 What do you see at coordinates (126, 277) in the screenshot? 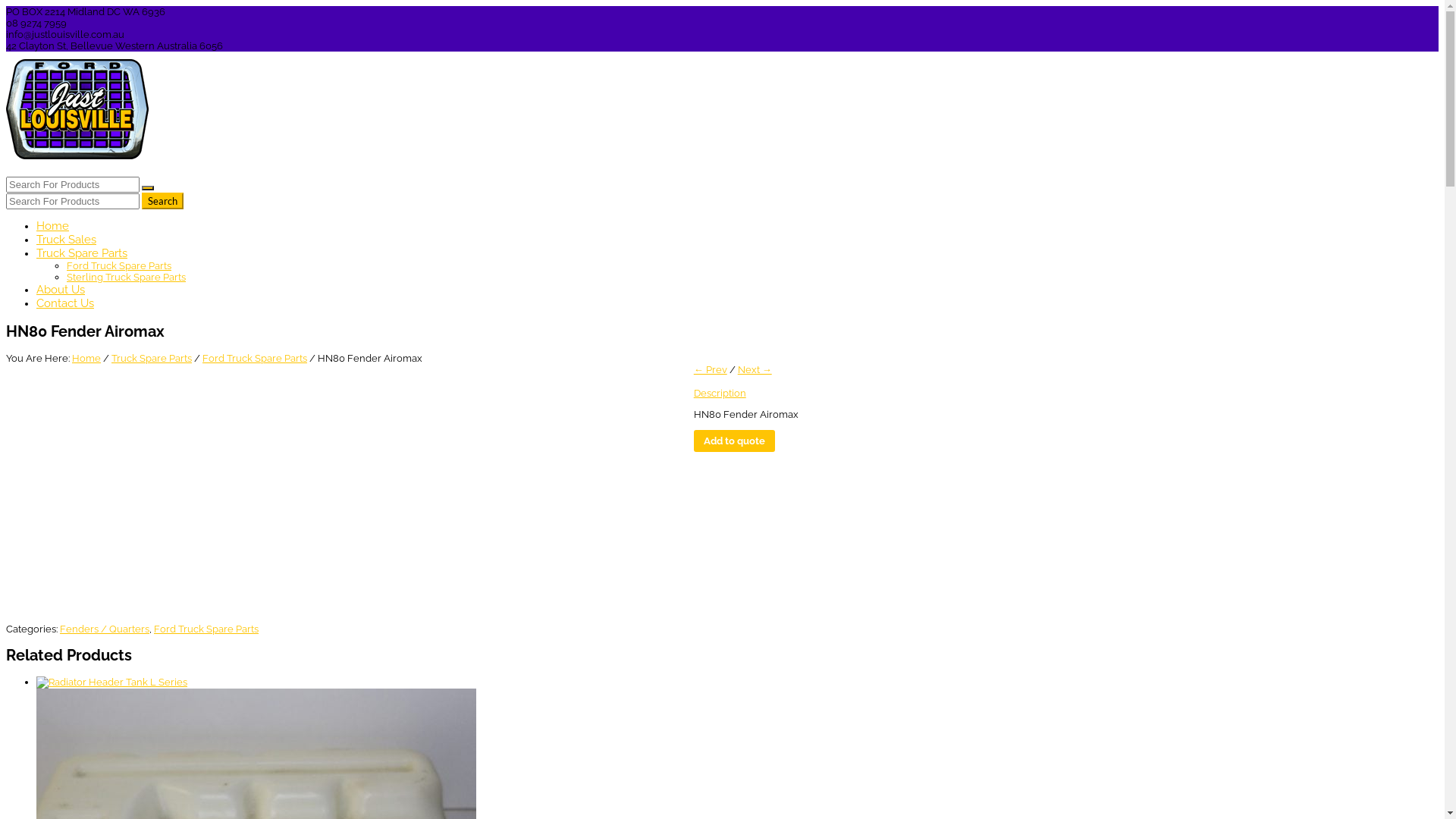
I see `'Sterling Truck Spare Parts'` at bounding box center [126, 277].